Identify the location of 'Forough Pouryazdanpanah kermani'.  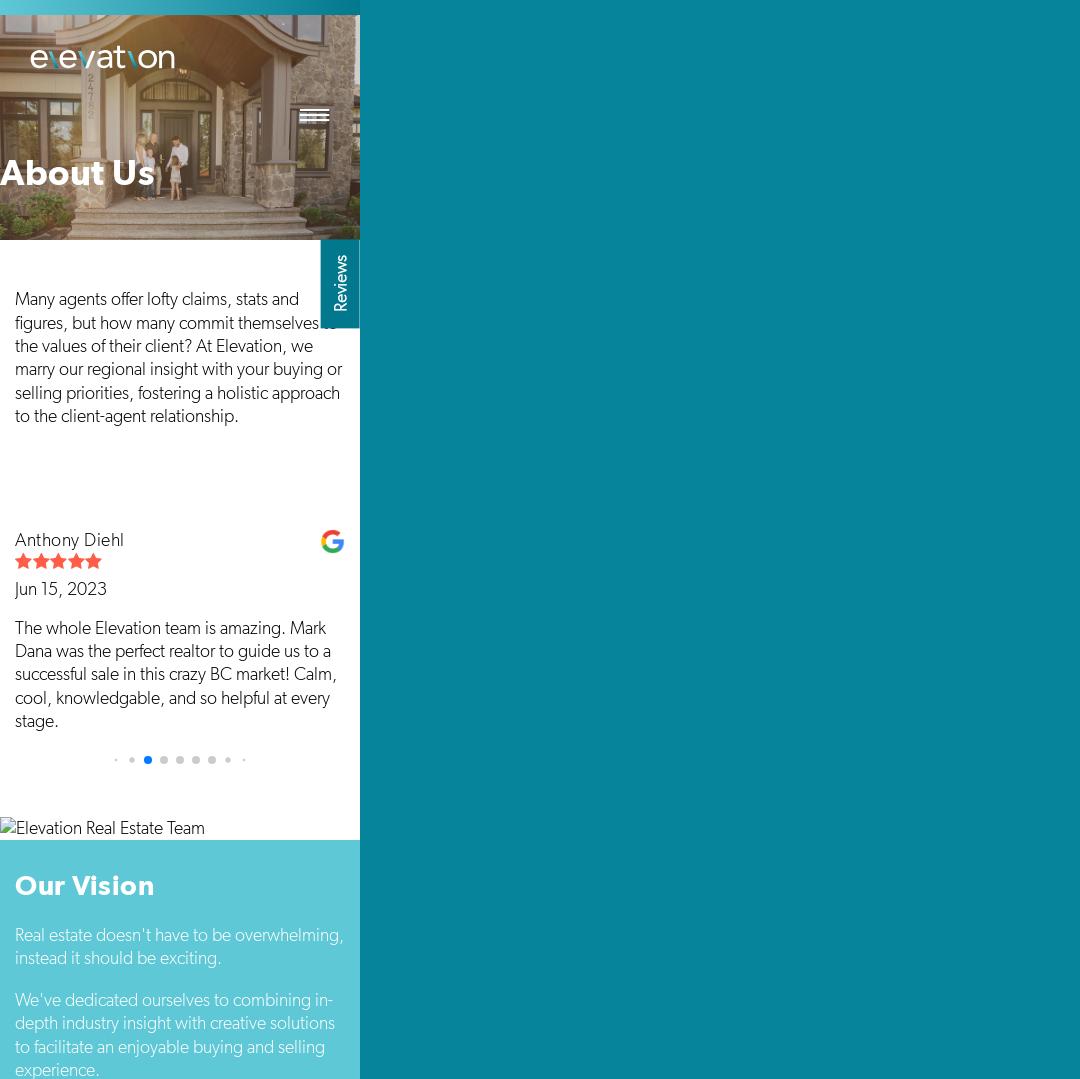
(810, 540).